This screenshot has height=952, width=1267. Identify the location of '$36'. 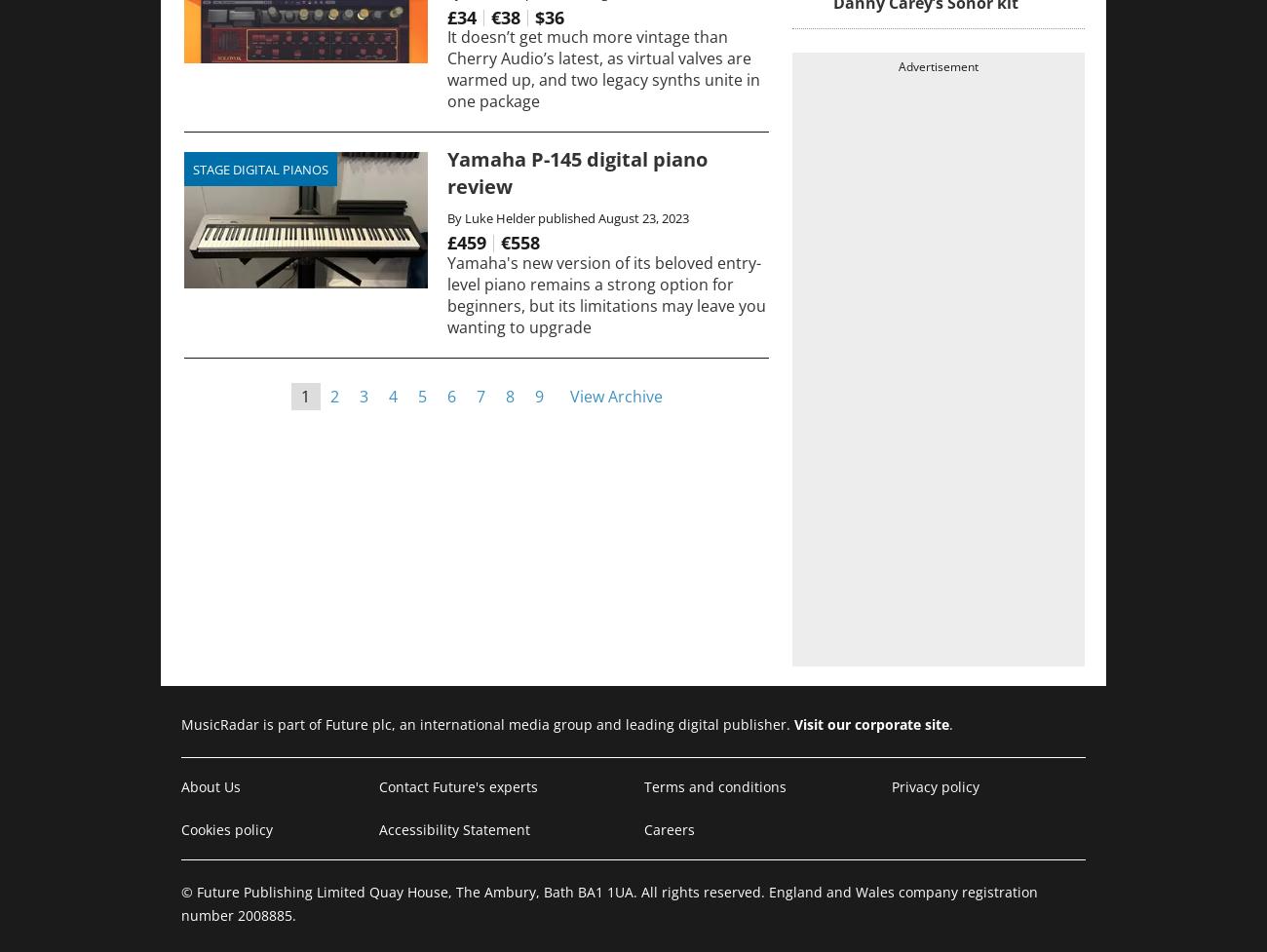
(548, 16).